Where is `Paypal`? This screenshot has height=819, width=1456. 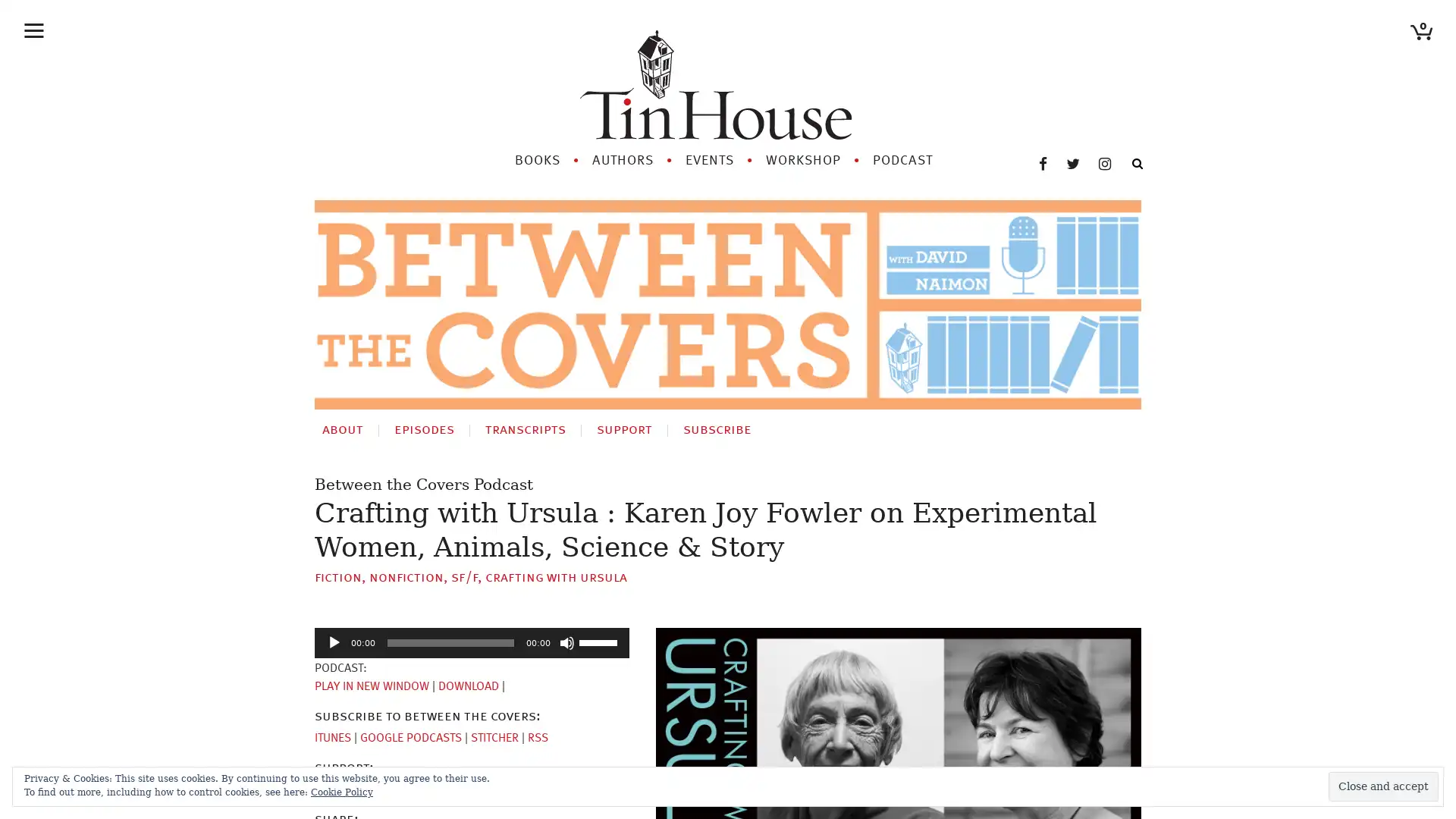
Paypal is located at coordinates (388, 789).